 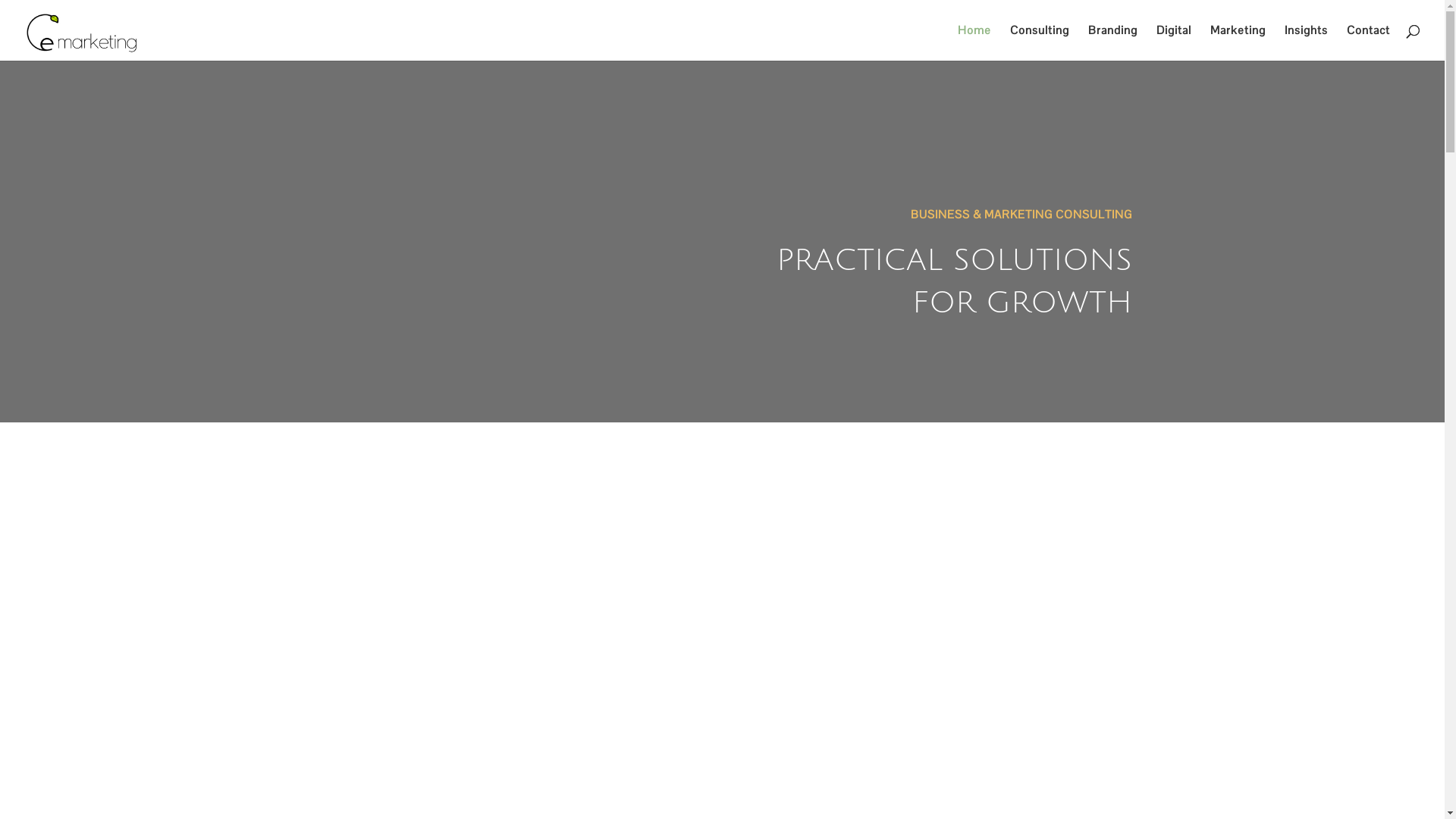 What do you see at coordinates (1156, 42) in the screenshot?
I see `'Digital'` at bounding box center [1156, 42].